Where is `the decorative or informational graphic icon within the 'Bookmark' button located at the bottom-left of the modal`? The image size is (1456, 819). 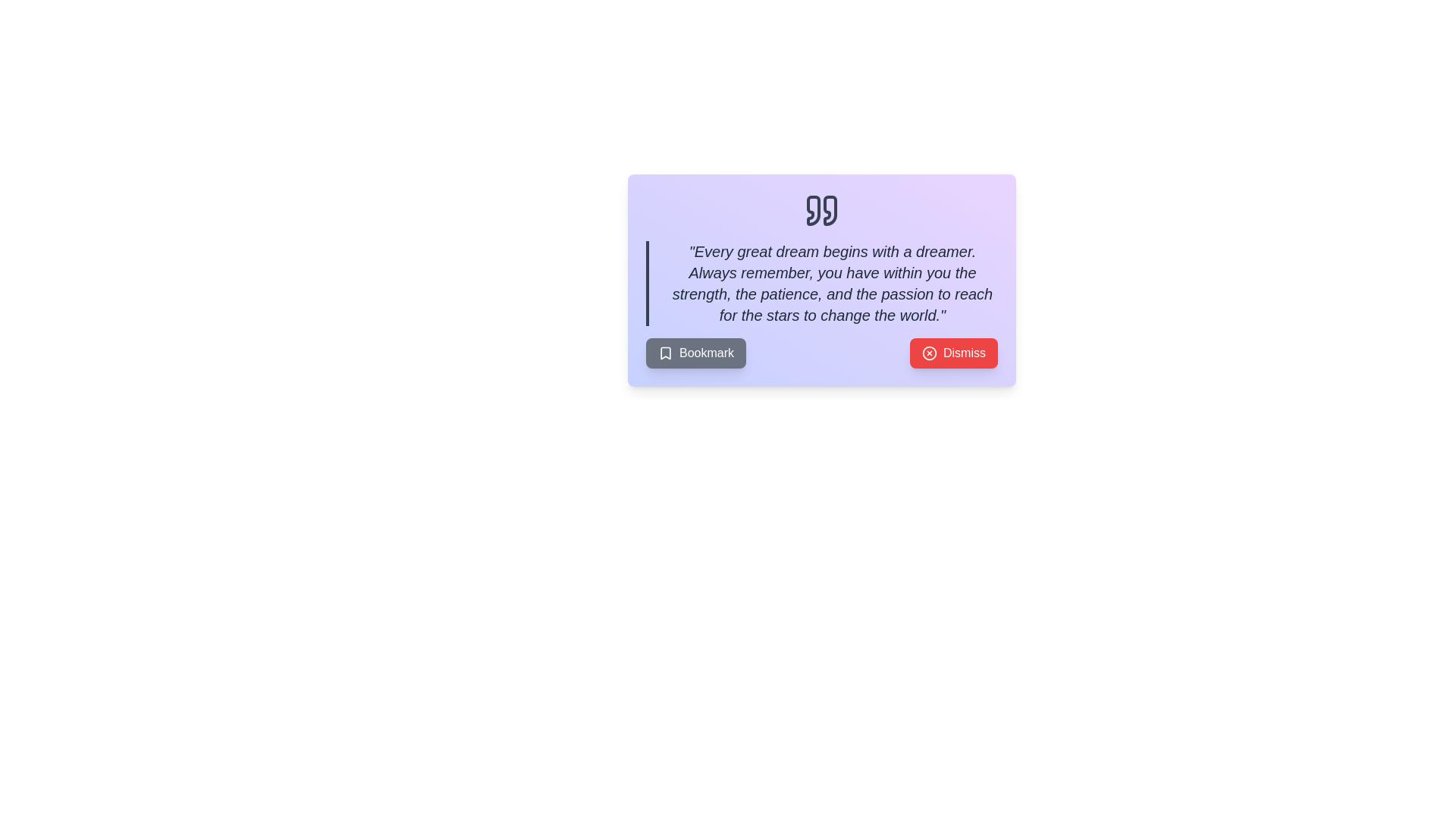
the decorative or informational graphic icon within the 'Bookmark' button located at the bottom-left of the modal is located at coordinates (666, 353).